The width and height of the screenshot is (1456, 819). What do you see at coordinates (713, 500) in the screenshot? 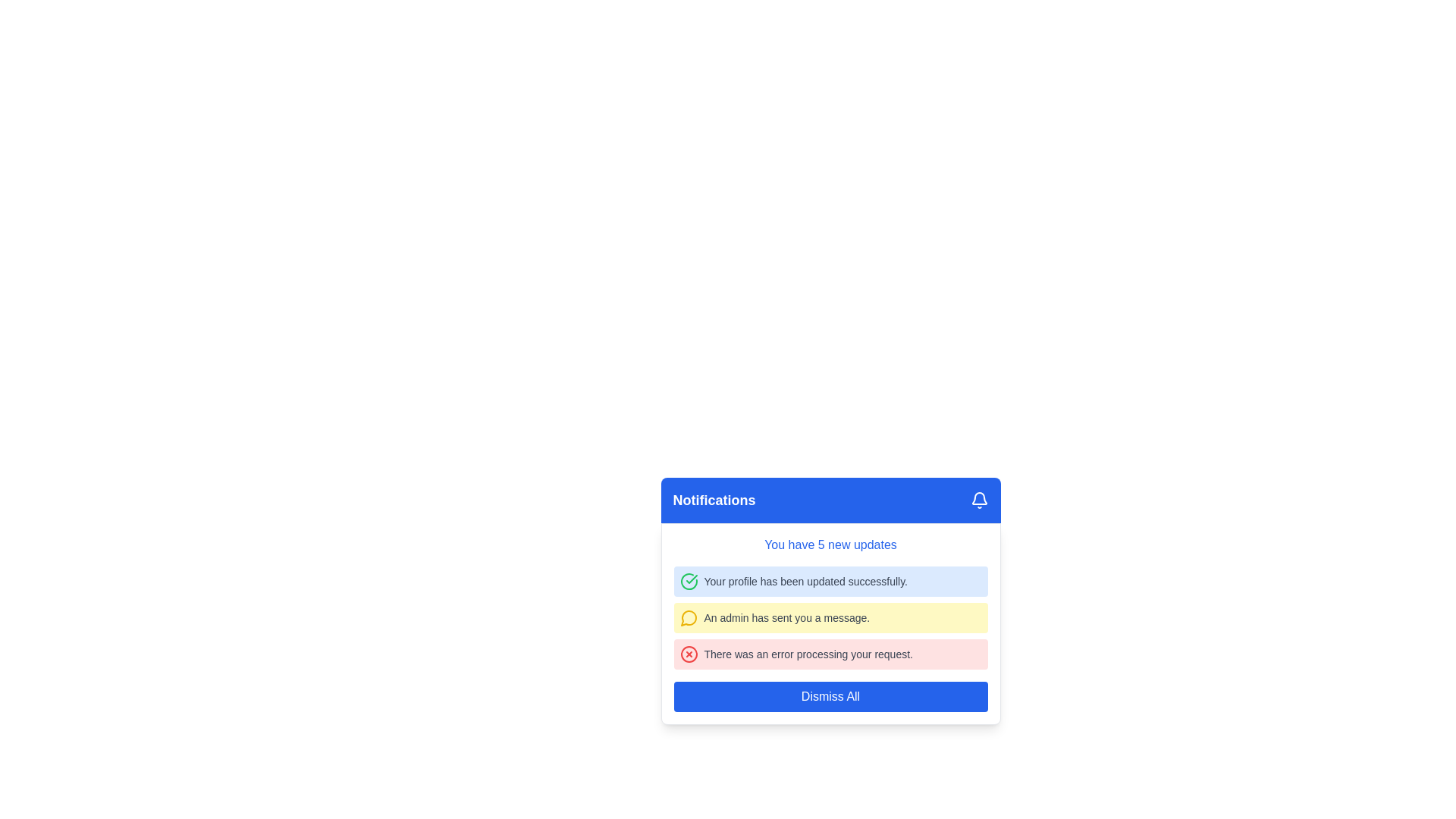
I see `the 'Notifications' text label, which is styled with a bold font on a blue background and positioned on the left in the header section of a card-like interface` at bounding box center [713, 500].